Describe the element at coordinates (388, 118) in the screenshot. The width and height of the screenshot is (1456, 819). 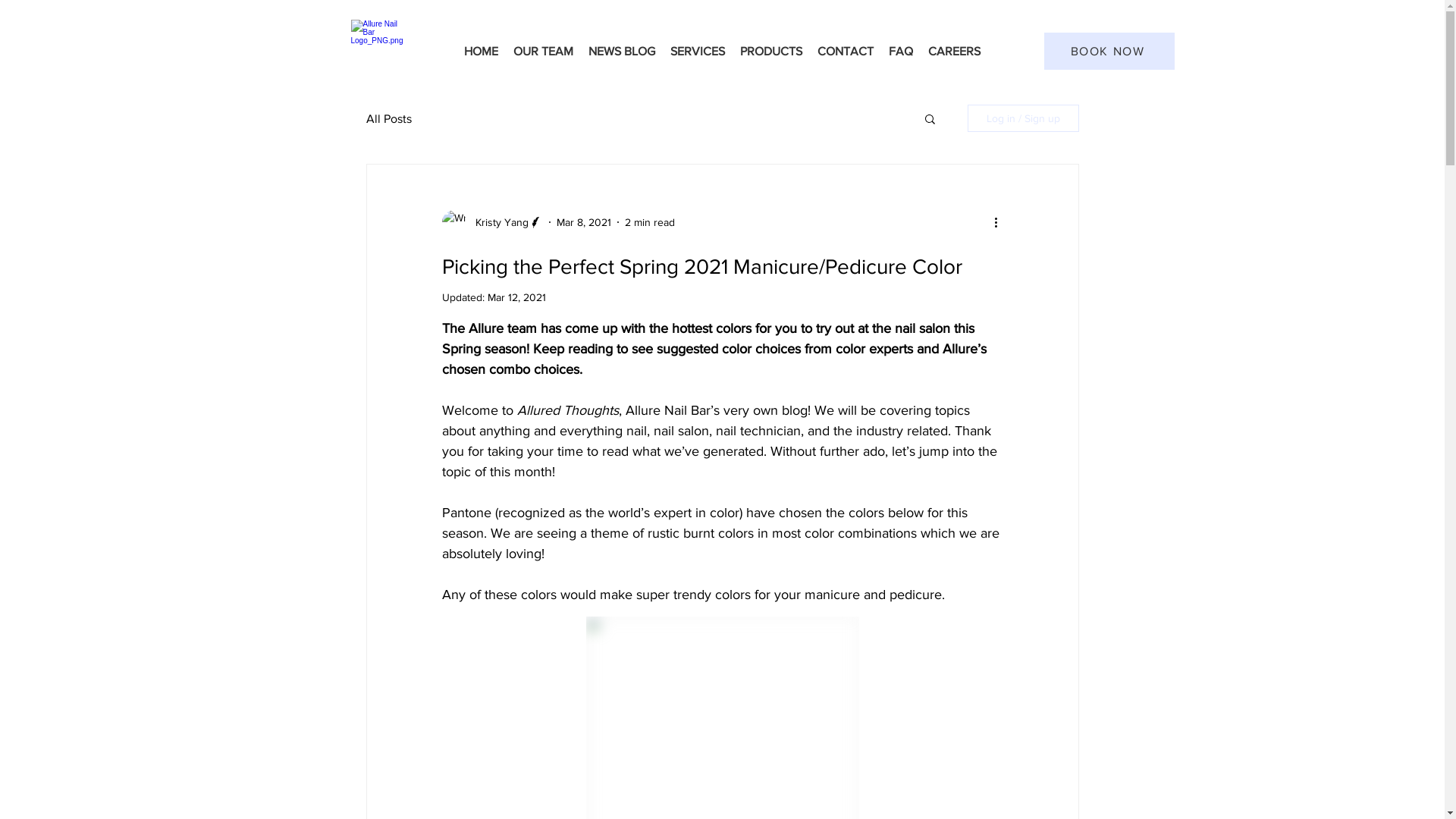
I see `'All Posts'` at that location.